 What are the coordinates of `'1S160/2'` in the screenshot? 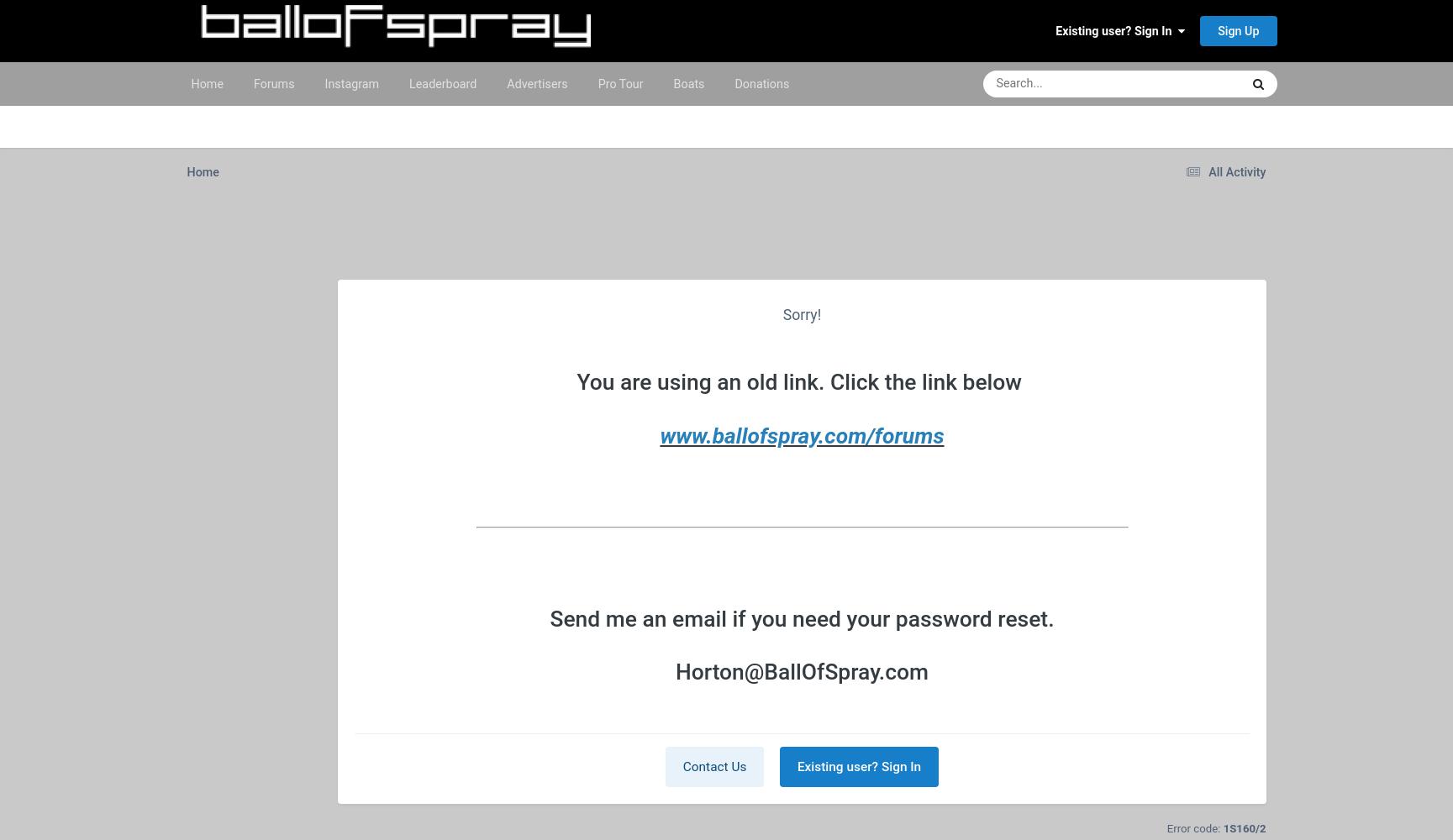 It's located at (1221, 827).